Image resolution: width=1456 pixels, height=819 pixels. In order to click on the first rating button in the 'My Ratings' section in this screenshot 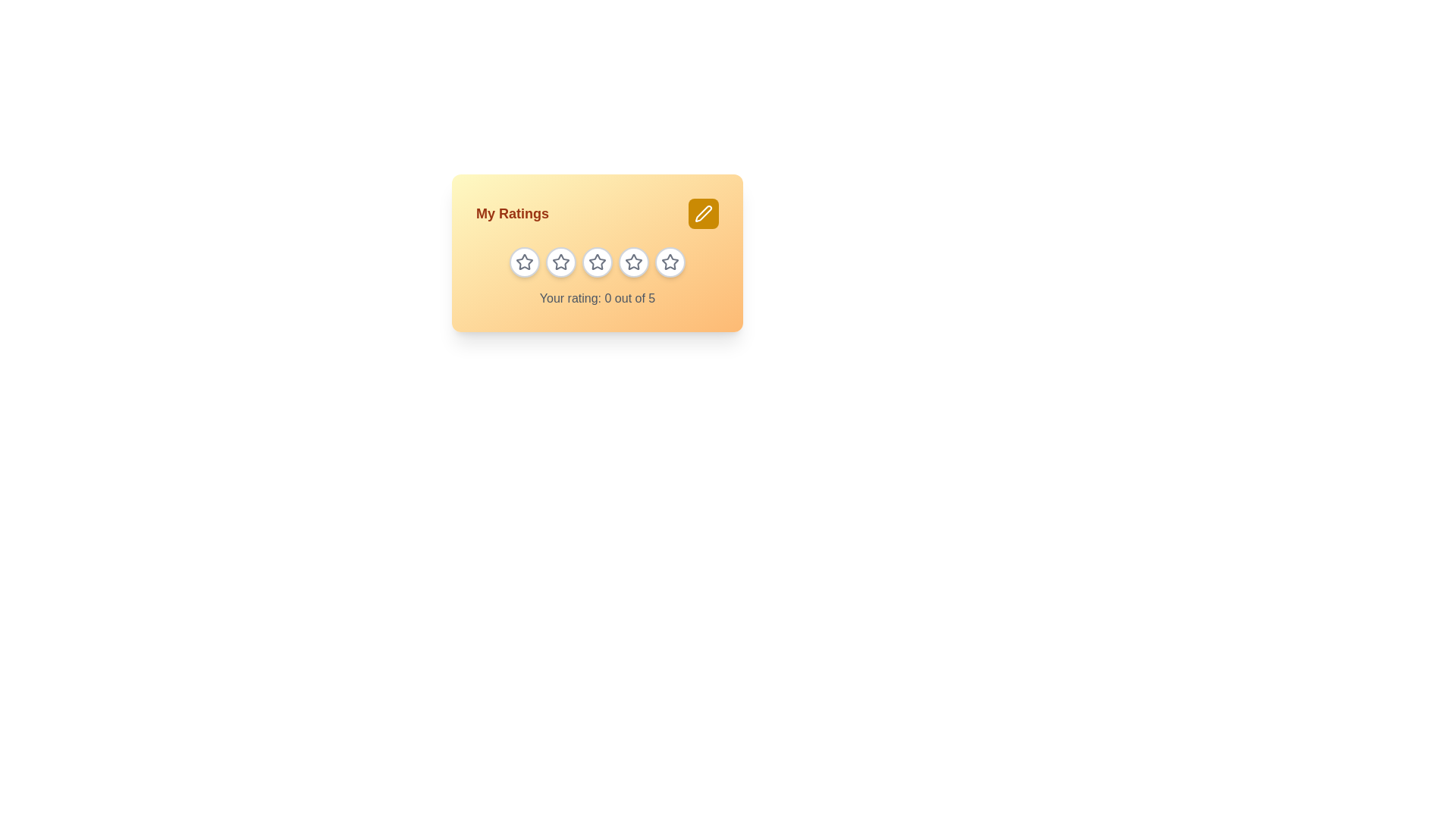, I will do `click(524, 262)`.